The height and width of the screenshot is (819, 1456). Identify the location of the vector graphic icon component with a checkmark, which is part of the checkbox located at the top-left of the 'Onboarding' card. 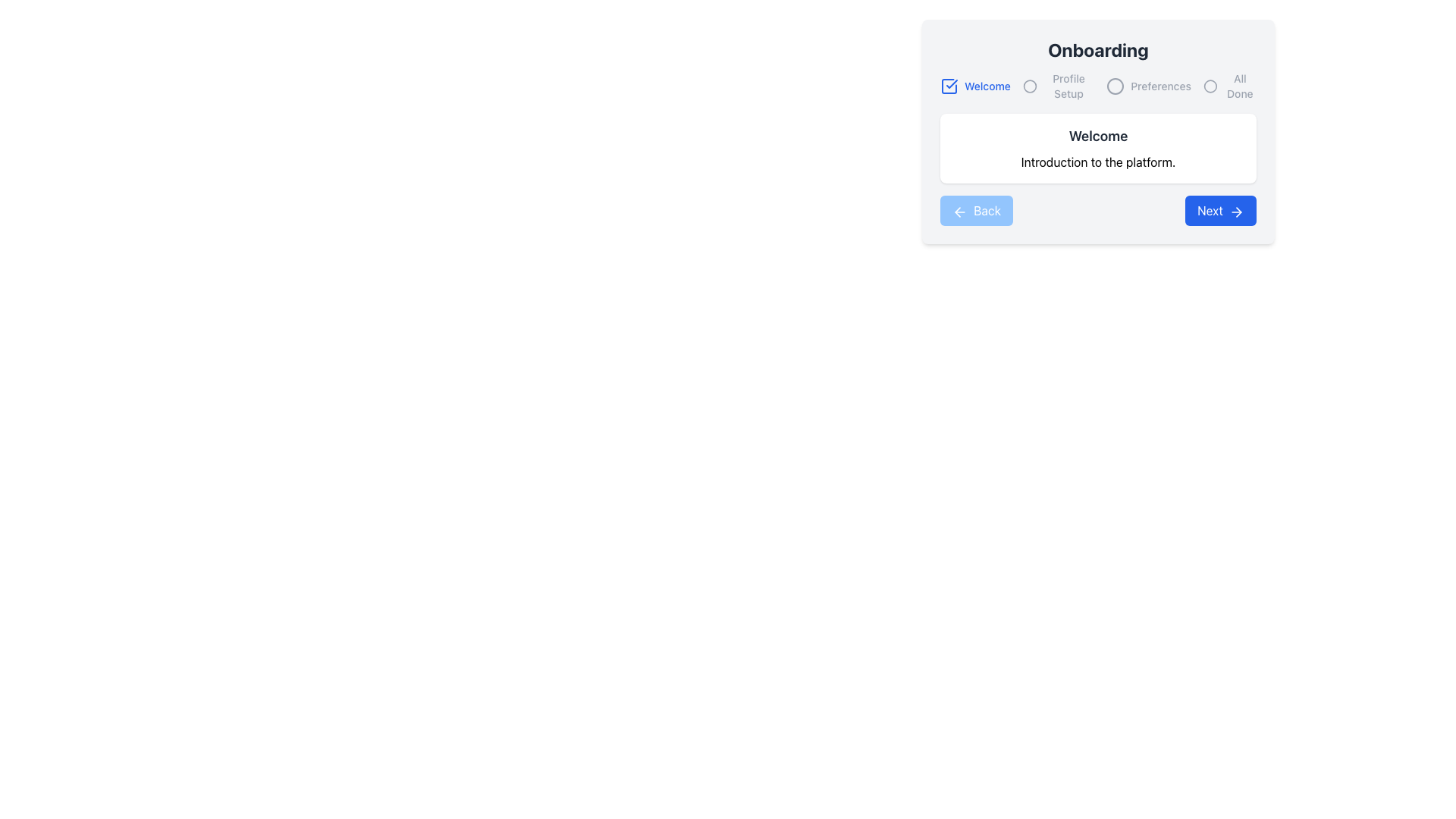
(949, 86).